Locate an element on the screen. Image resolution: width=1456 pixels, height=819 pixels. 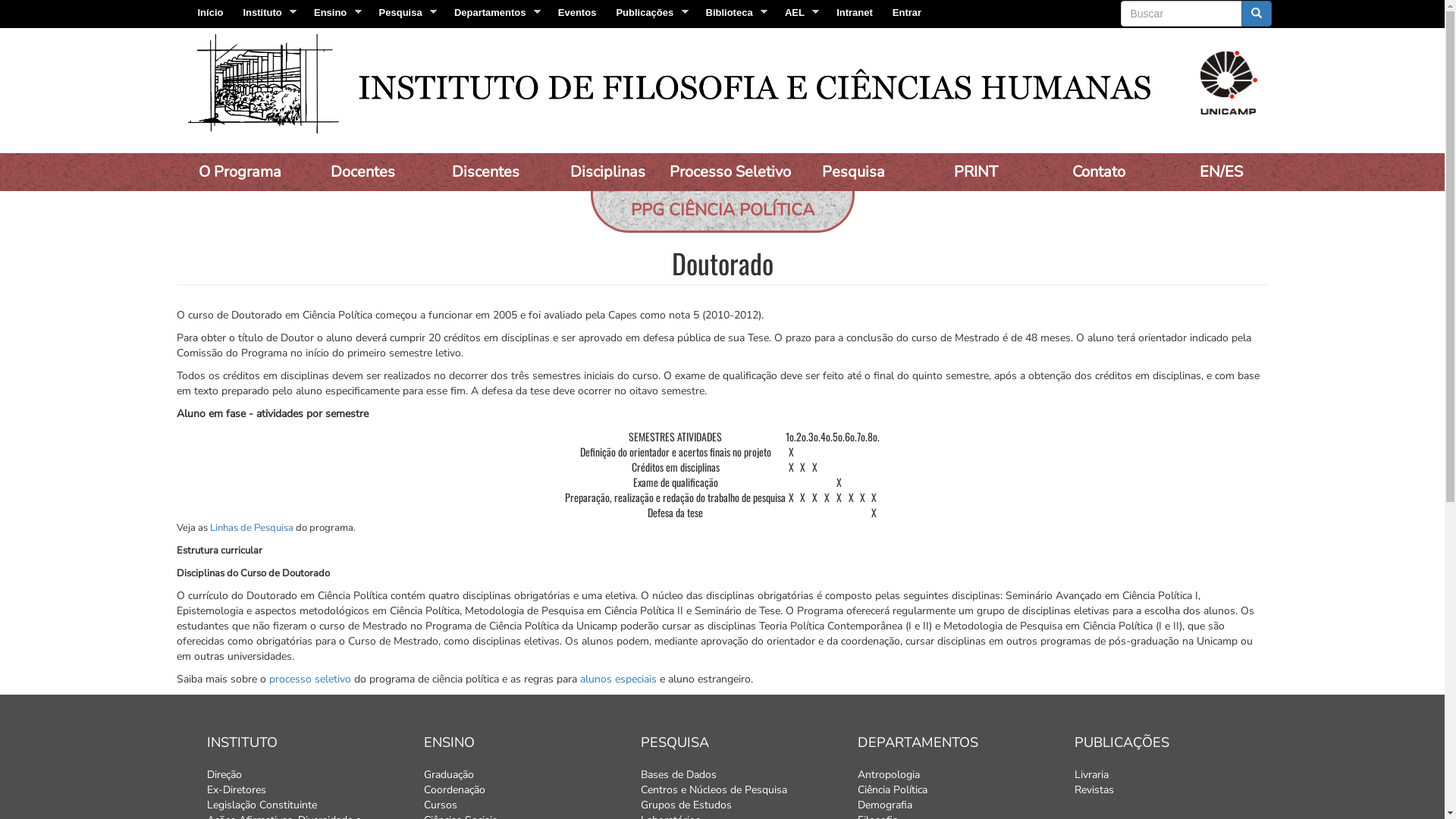
'Linhas de Pesquisa' is located at coordinates (251, 526).